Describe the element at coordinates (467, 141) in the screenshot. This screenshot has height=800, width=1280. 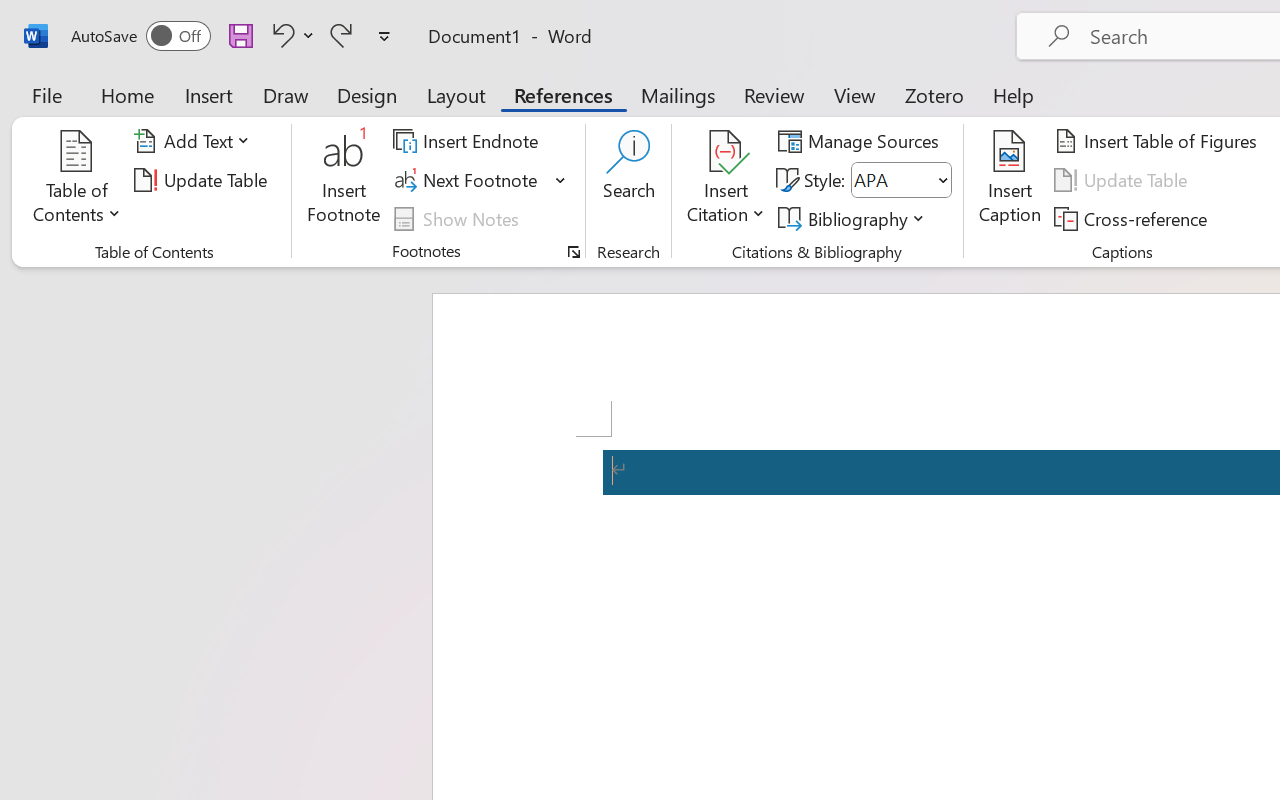
I see `'Insert Endnote'` at that location.